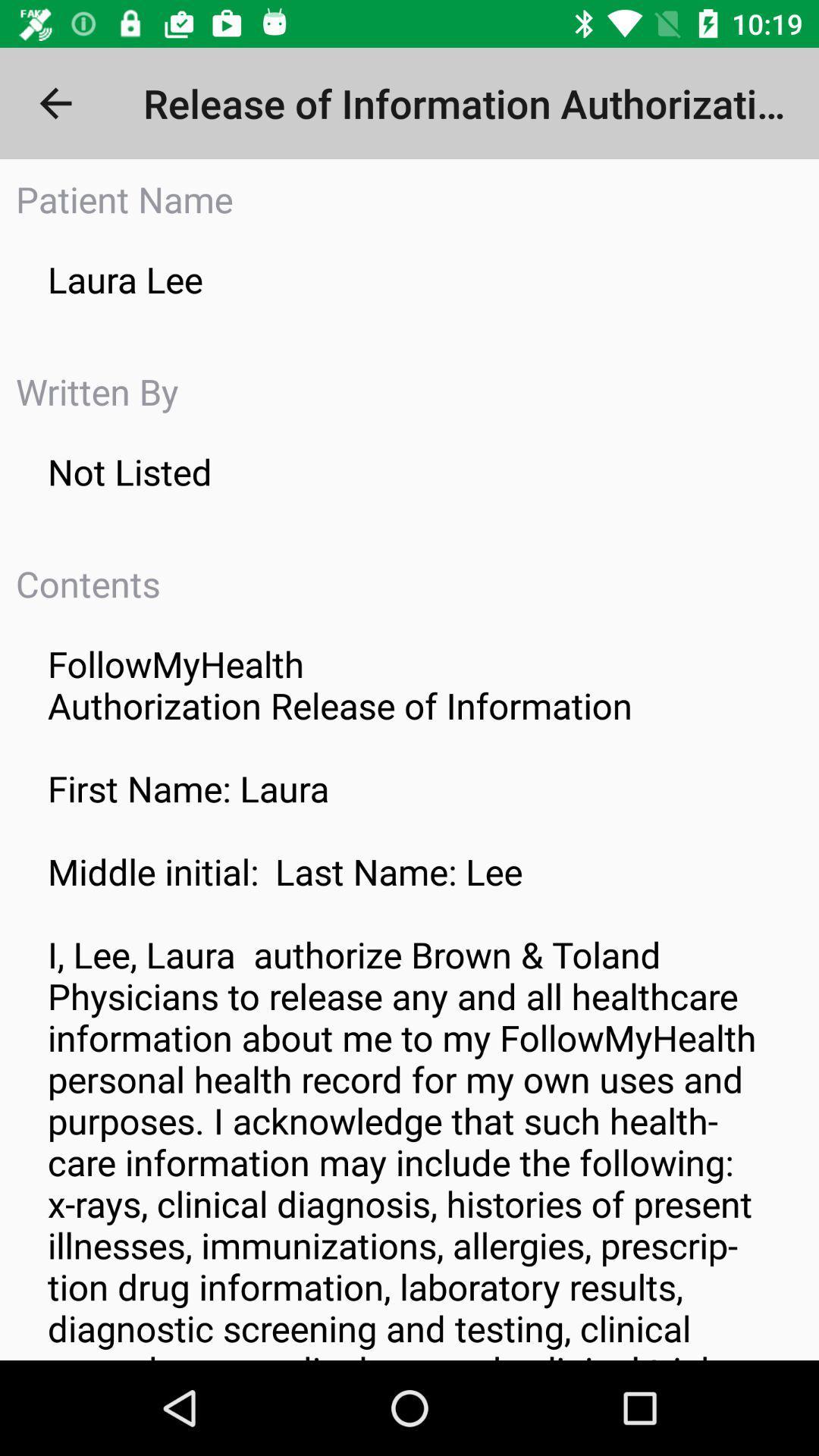 The height and width of the screenshot is (1456, 819). What do you see at coordinates (55, 102) in the screenshot?
I see `the icon at the top left corner` at bounding box center [55, 102].